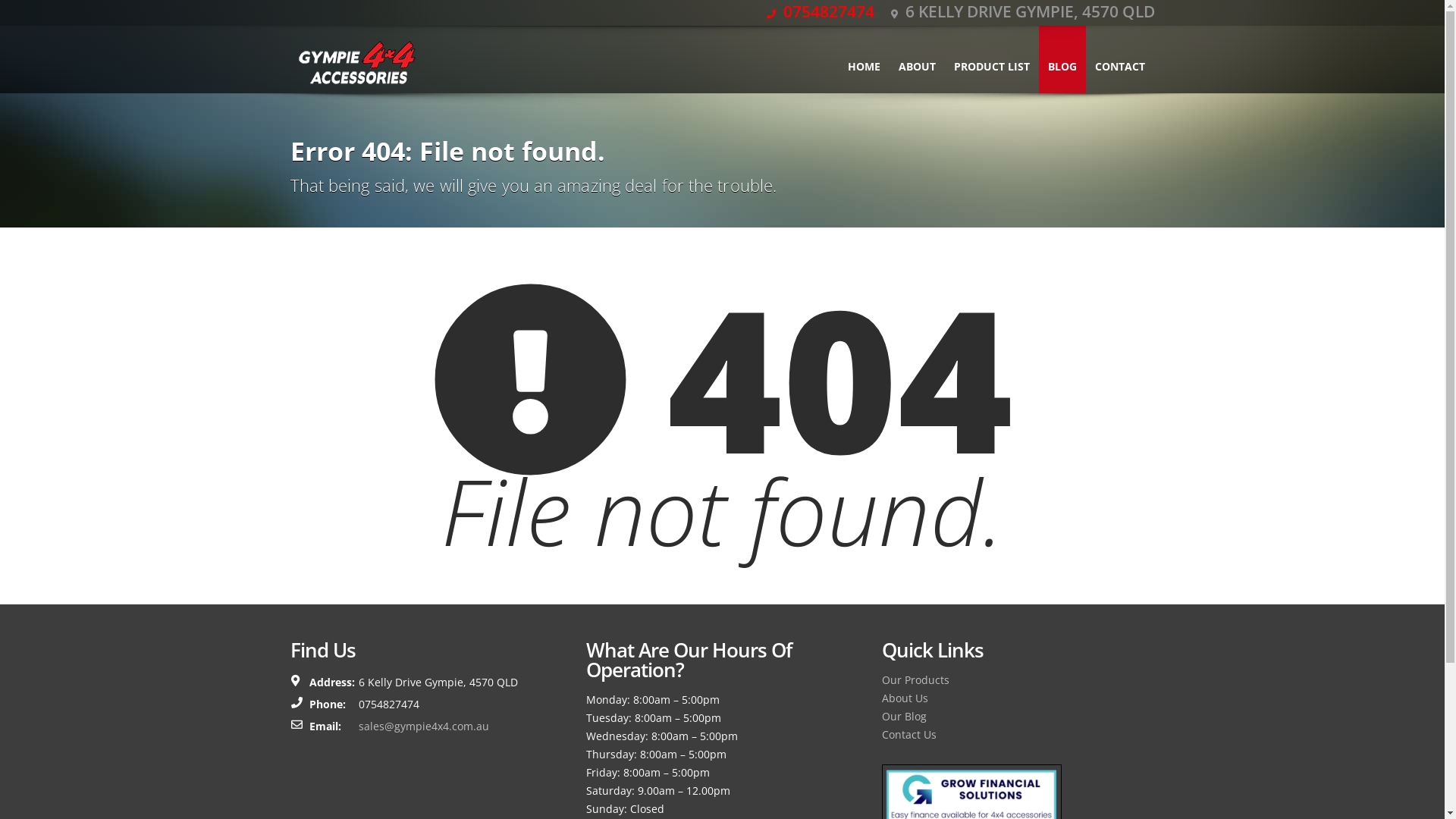 The width and height of the screenshot is (1456, 819). Describe the element at coordinates (903, 716) in the screenshot. I see `'Our Blog'` at that location.